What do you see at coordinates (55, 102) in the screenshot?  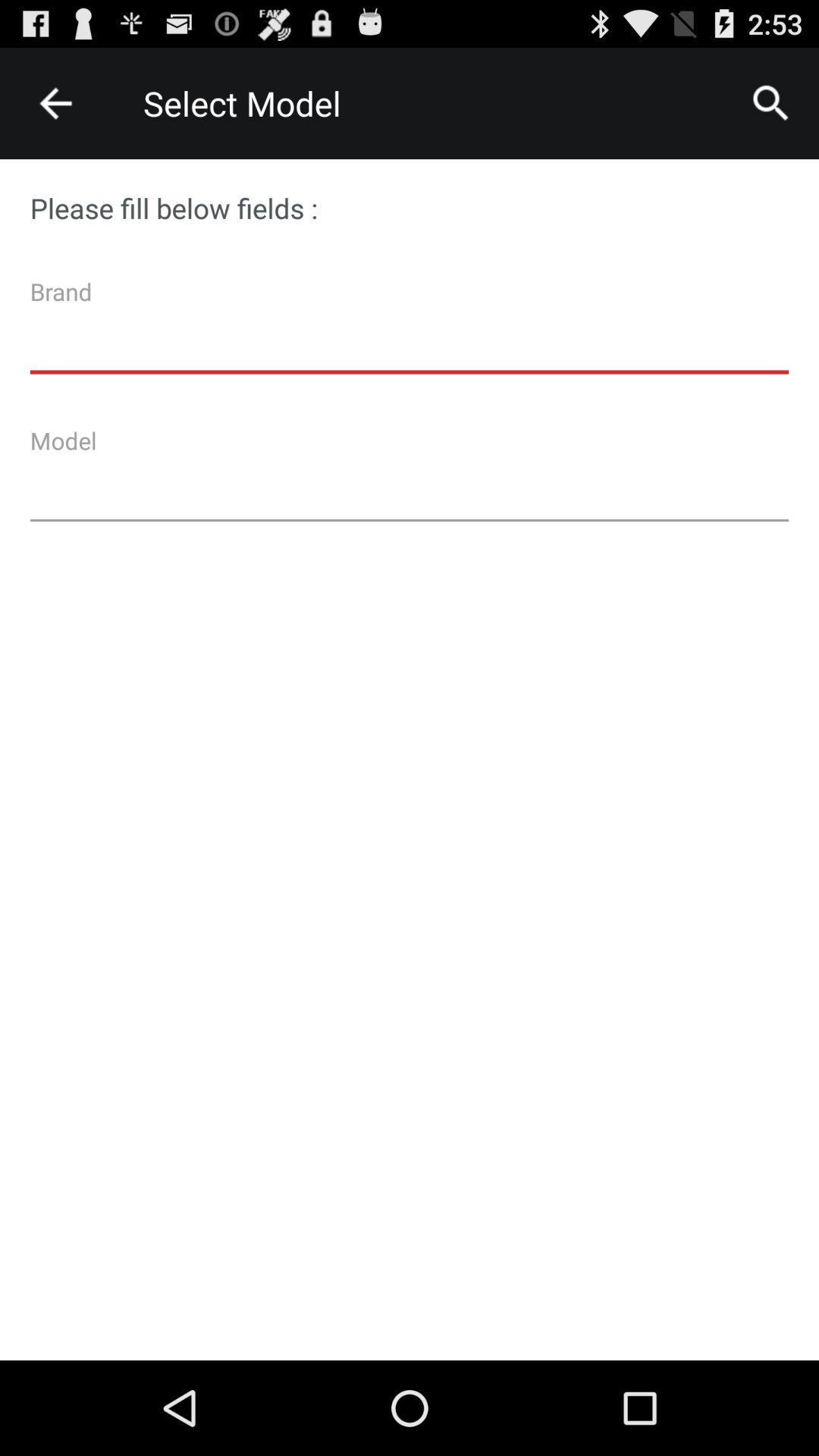 I see `item next to the select model icon` at bounding box center [55, 102].